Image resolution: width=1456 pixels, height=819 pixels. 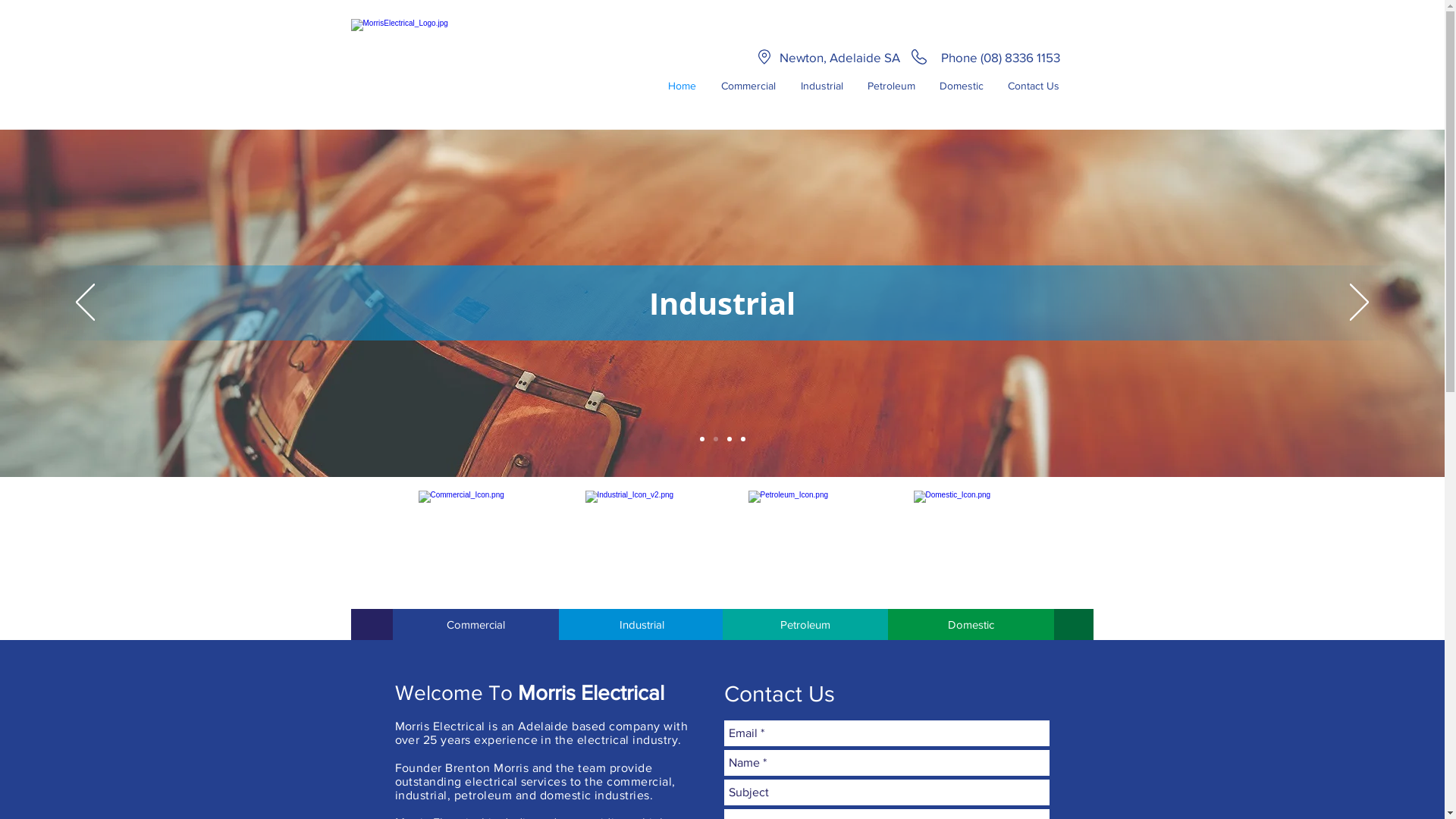 What do you see at coordinates (821, 85) in the screenshot?
I see `'Industrial'` at bounding box center [821, 85].